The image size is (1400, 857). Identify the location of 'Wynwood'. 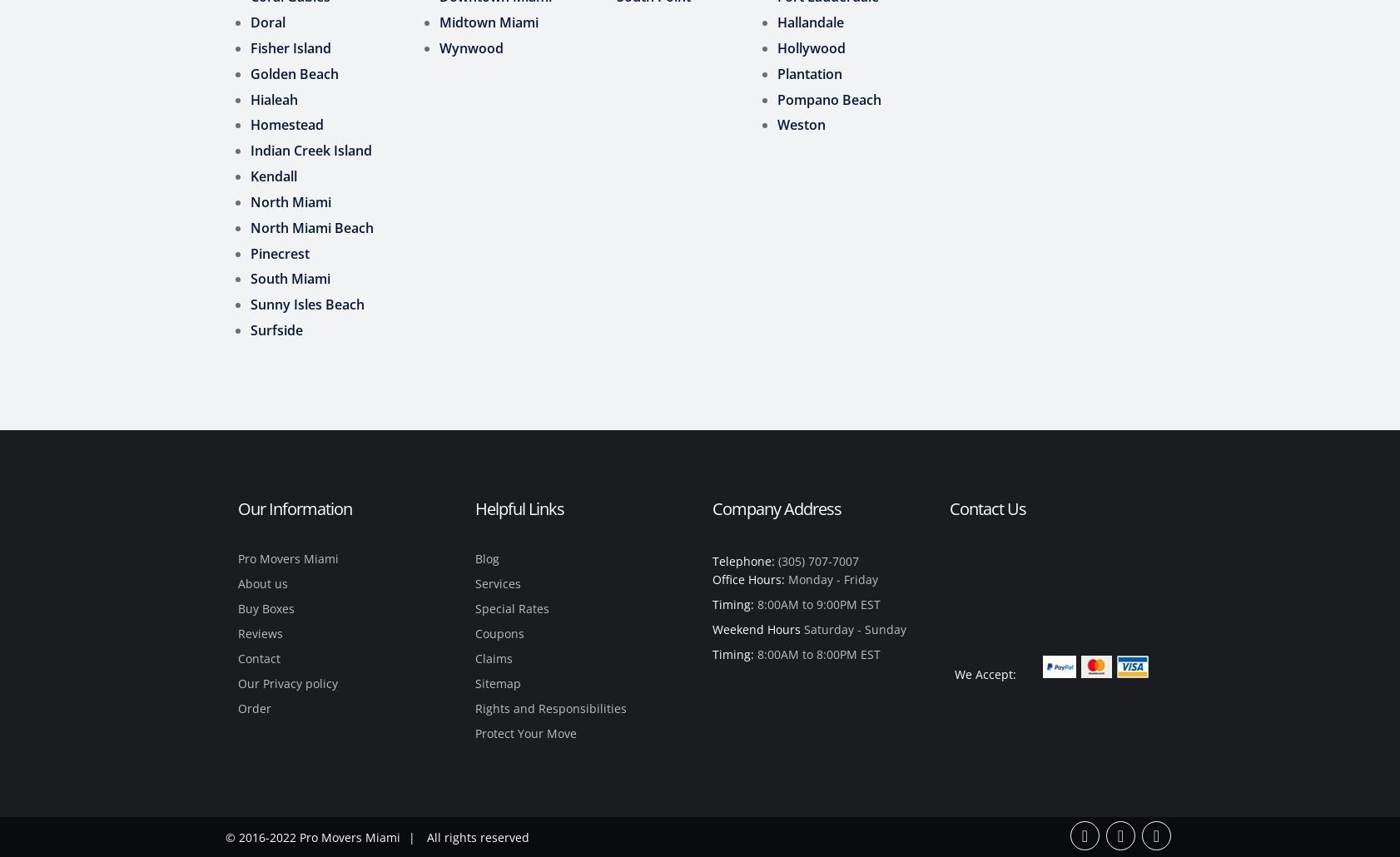
(439, 47).